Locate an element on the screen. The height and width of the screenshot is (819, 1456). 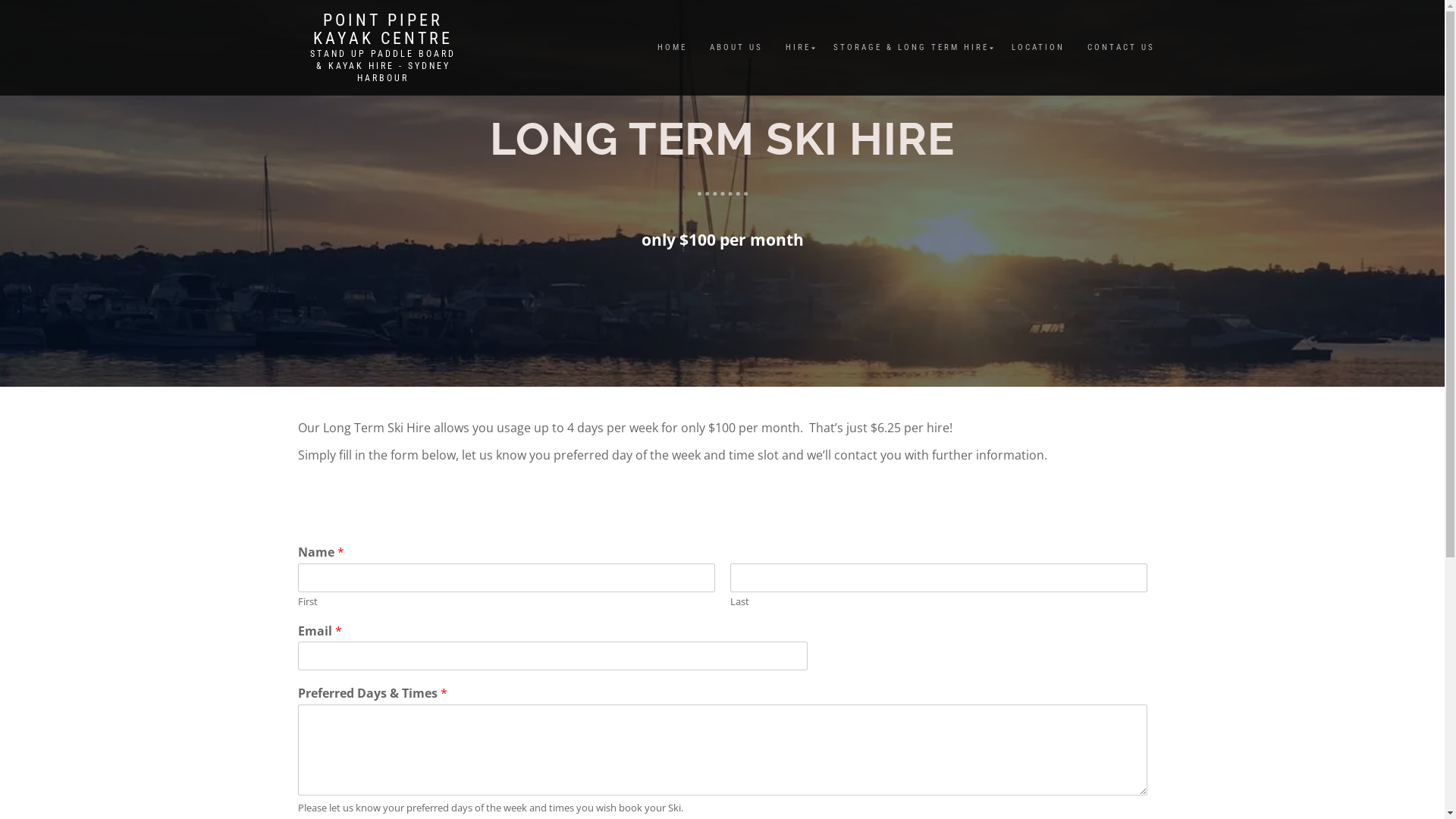
'CONTACT US' is located at coordinates (1120, 46).